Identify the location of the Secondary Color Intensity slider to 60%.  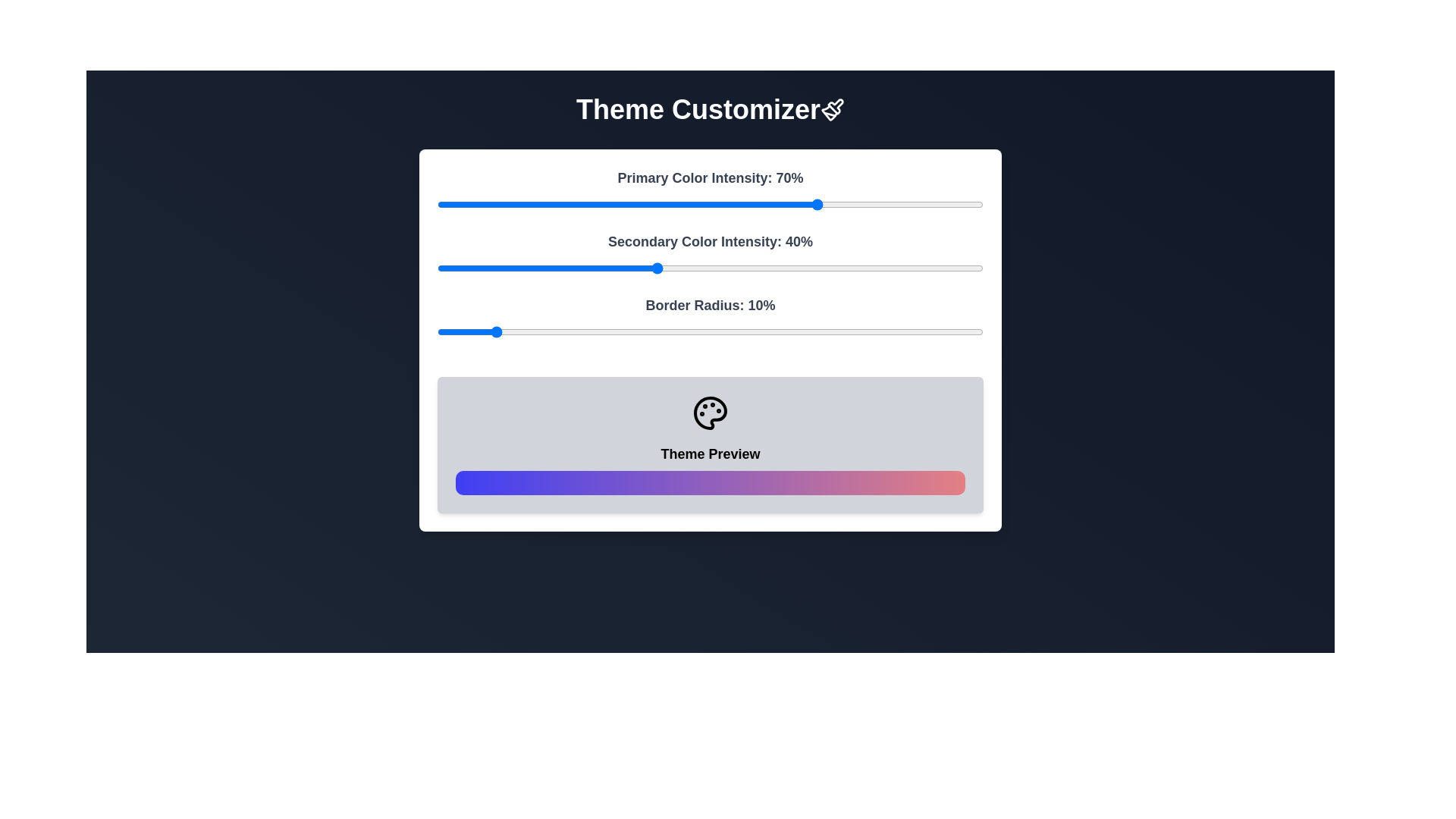
(764, 268).